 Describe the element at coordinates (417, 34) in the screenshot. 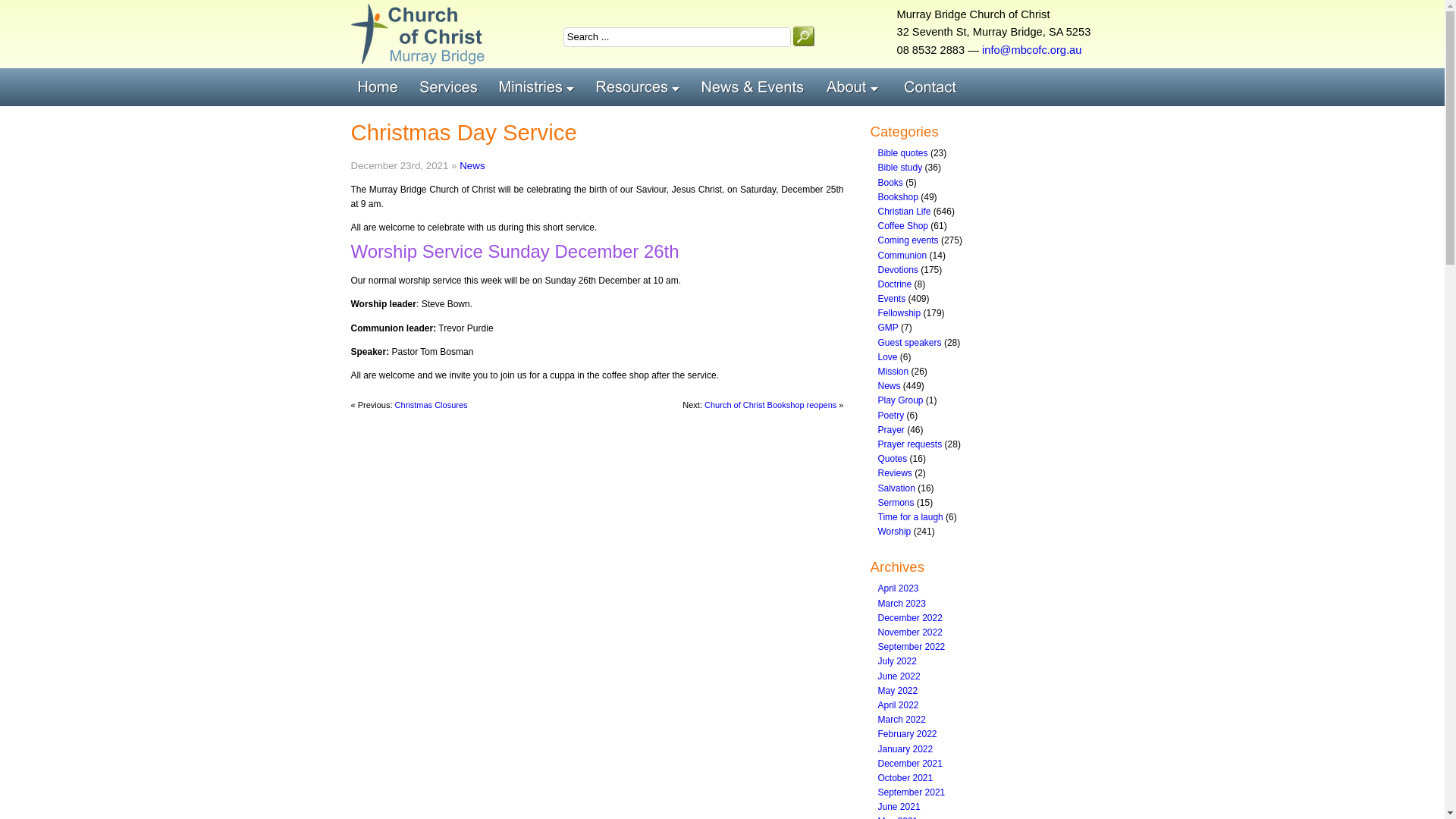

I see `'Murray Bridge Church of Christ'` at that location.